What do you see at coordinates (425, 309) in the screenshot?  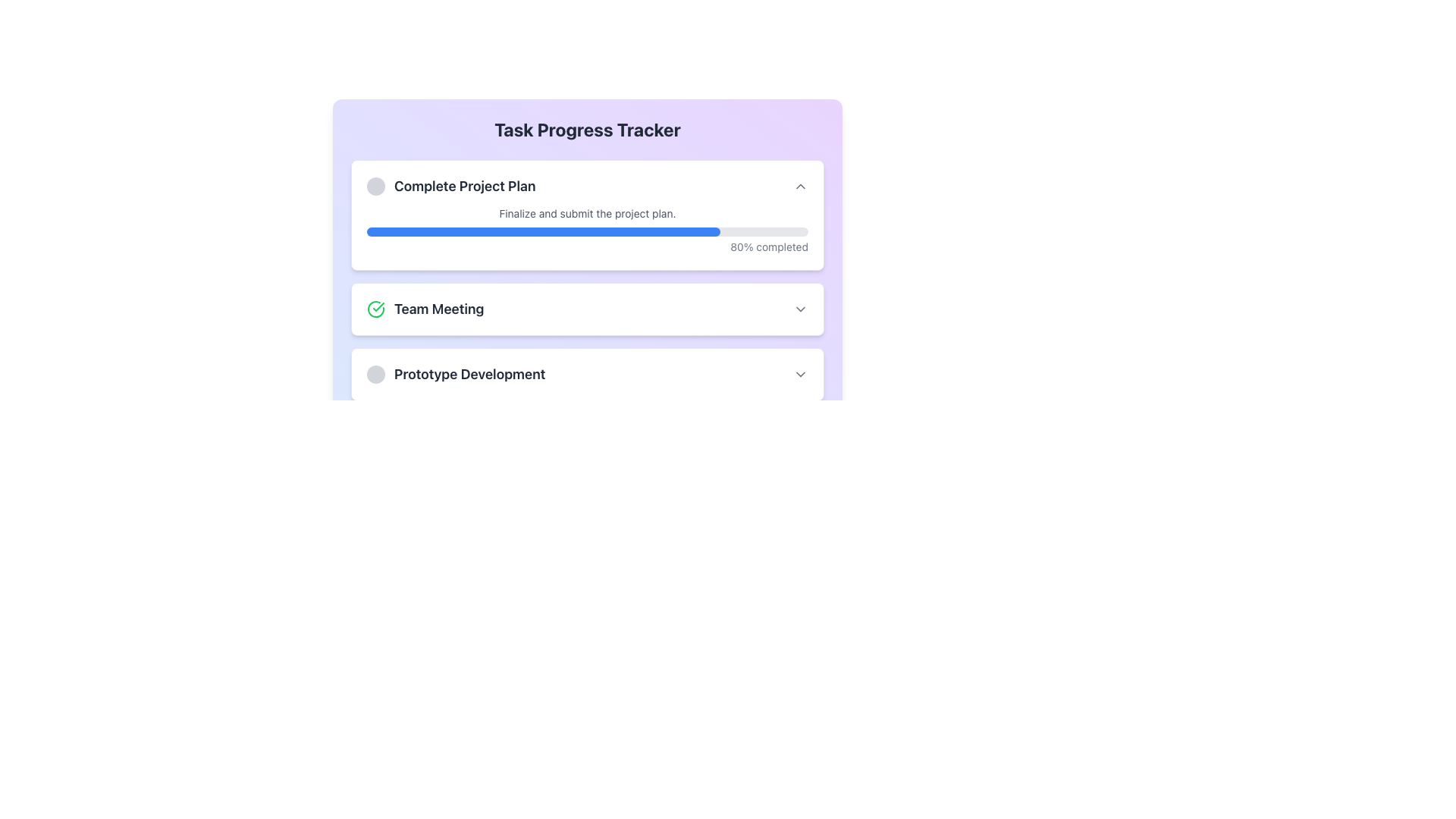 I see `the 'Team Meeting' text label` at bounding box center [425, 309].